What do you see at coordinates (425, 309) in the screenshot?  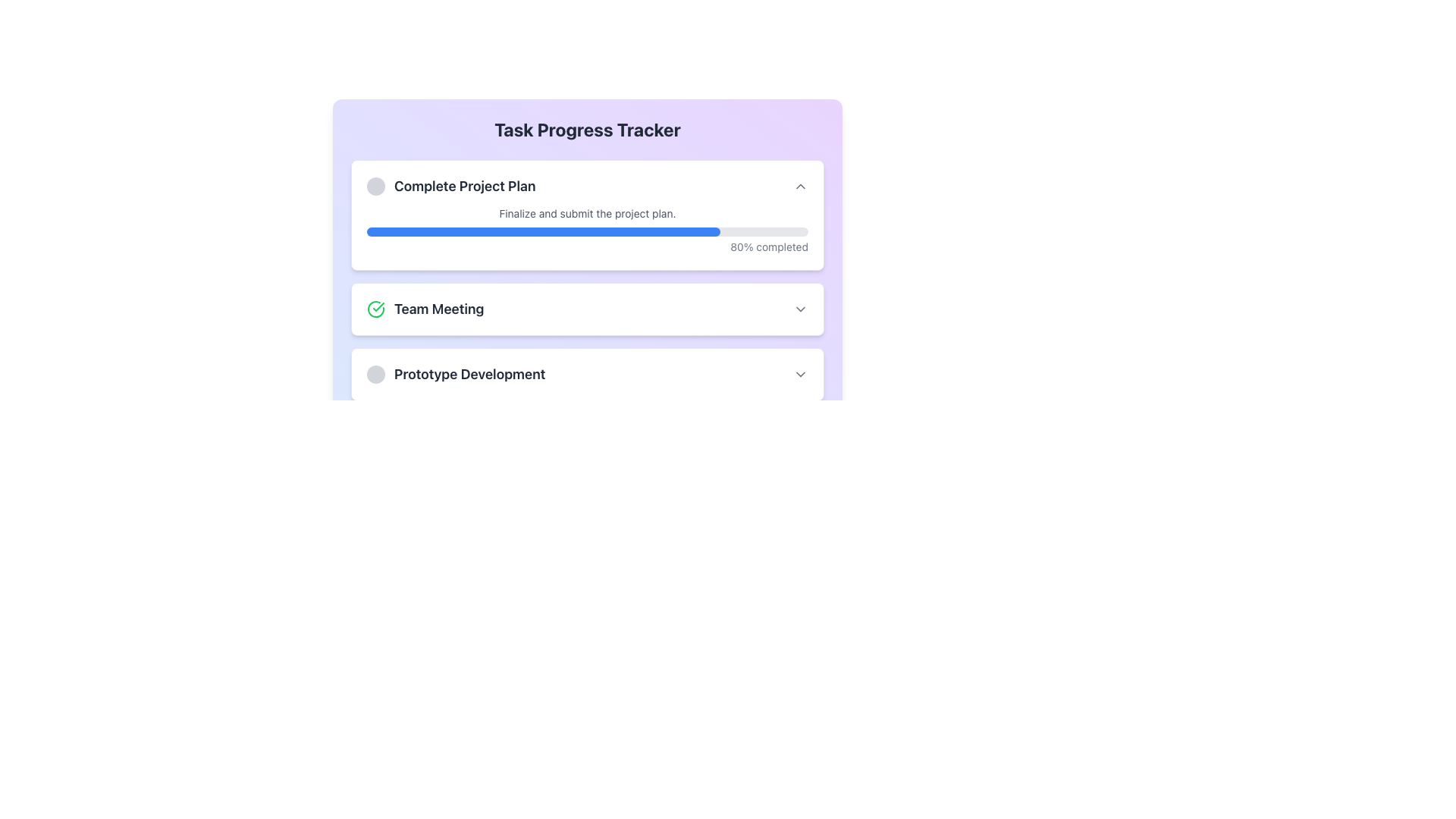 I see `the 'Team Meeting' text label` at bounding box center [425, 309].